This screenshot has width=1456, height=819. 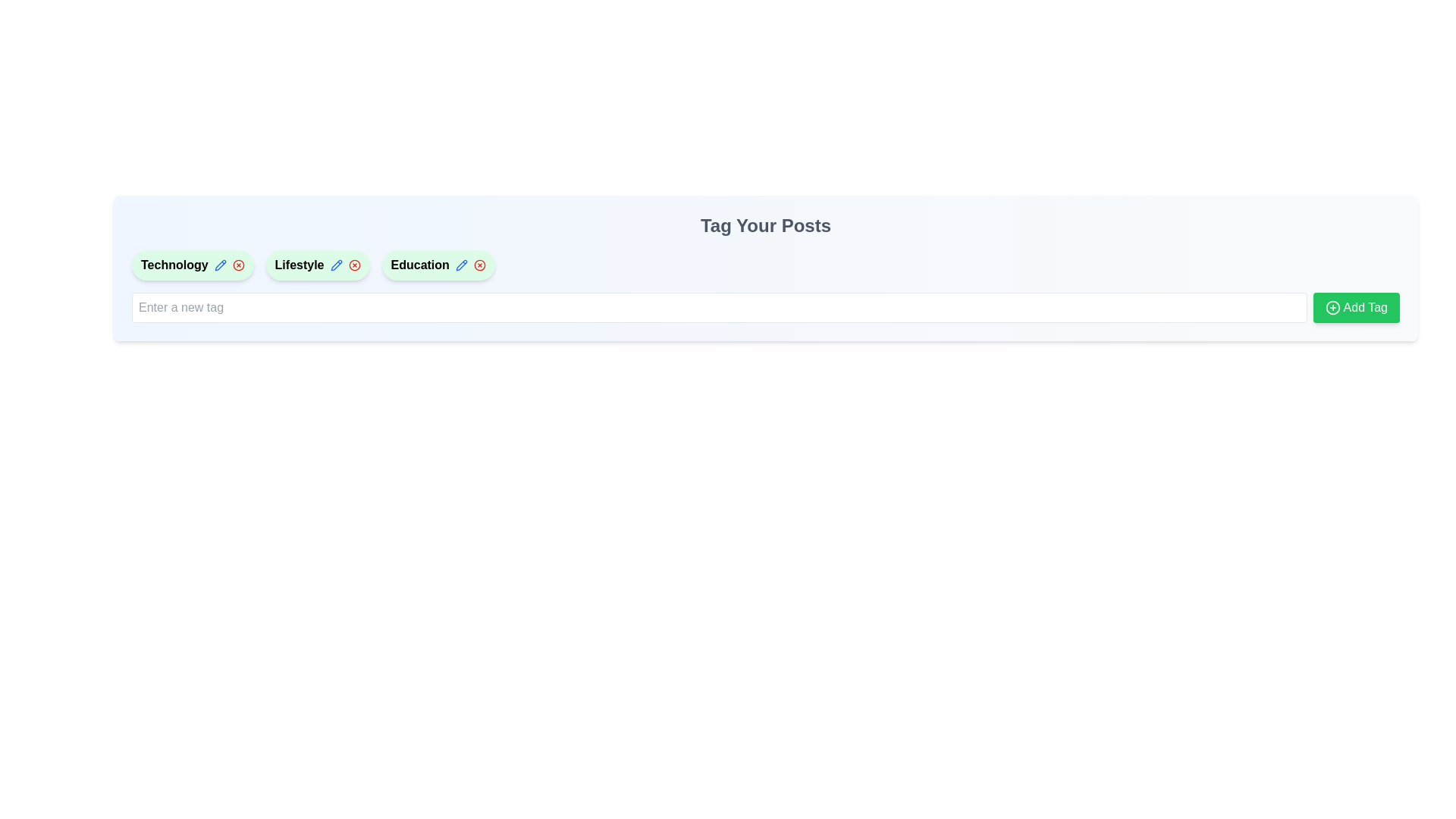 What do you see at coordinates (1332, 307) in the screenshot?
I see `the circular plus symbol icon with a green background inside the 'Add Tag' button located in the bottom-right area of the interface` at bounding box center [1332, 307].